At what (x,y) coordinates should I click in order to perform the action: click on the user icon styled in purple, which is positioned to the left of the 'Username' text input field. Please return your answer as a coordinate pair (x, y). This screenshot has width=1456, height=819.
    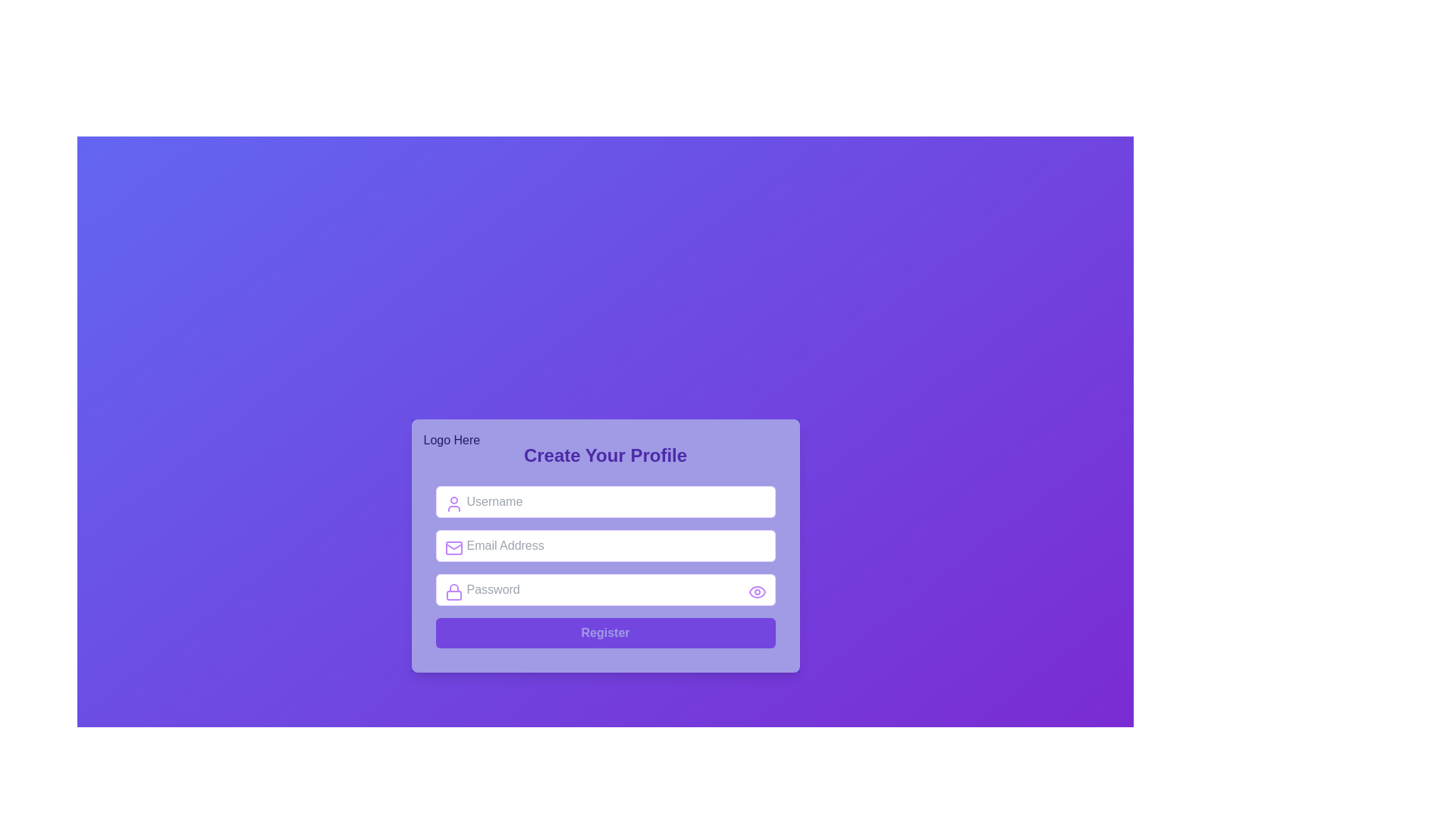
    Looking at the image, I should click on (453, 504).